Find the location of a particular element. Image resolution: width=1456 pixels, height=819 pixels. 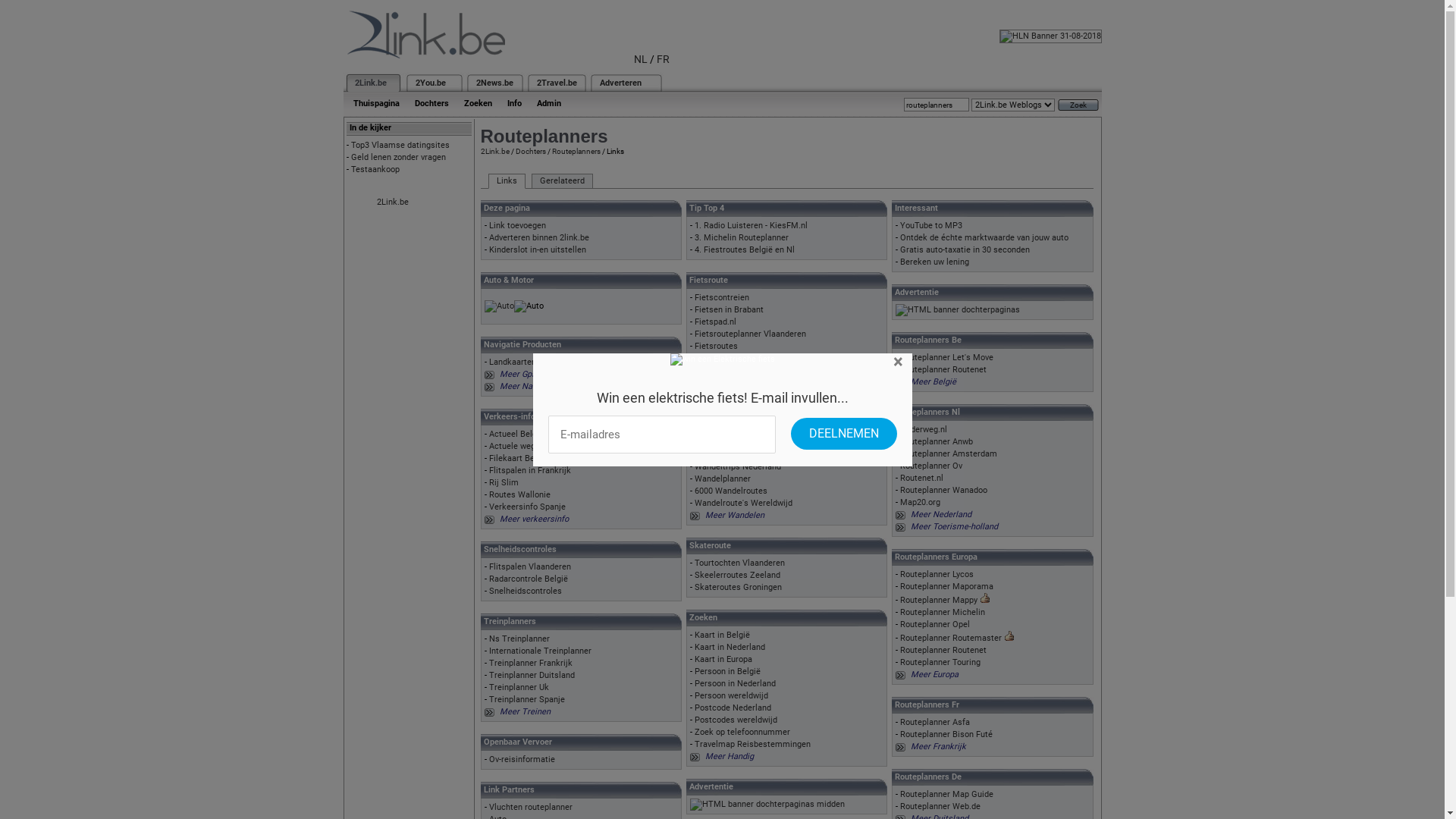

'Meer Frankrijk' is located at coordinates (937, 745).